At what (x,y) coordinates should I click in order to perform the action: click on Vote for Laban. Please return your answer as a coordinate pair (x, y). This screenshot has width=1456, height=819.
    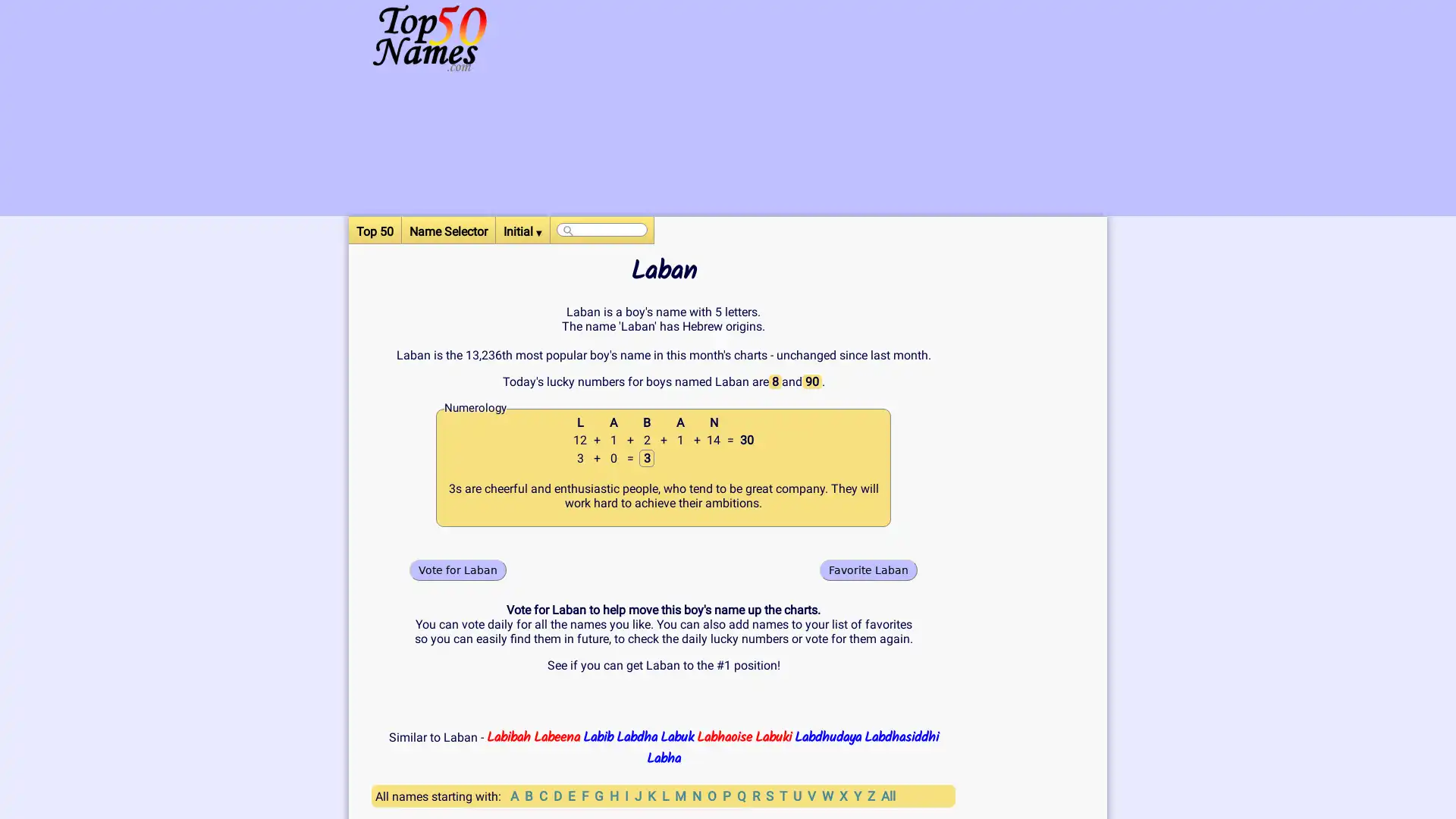
    Looking at the image, I should click on (457, 570).